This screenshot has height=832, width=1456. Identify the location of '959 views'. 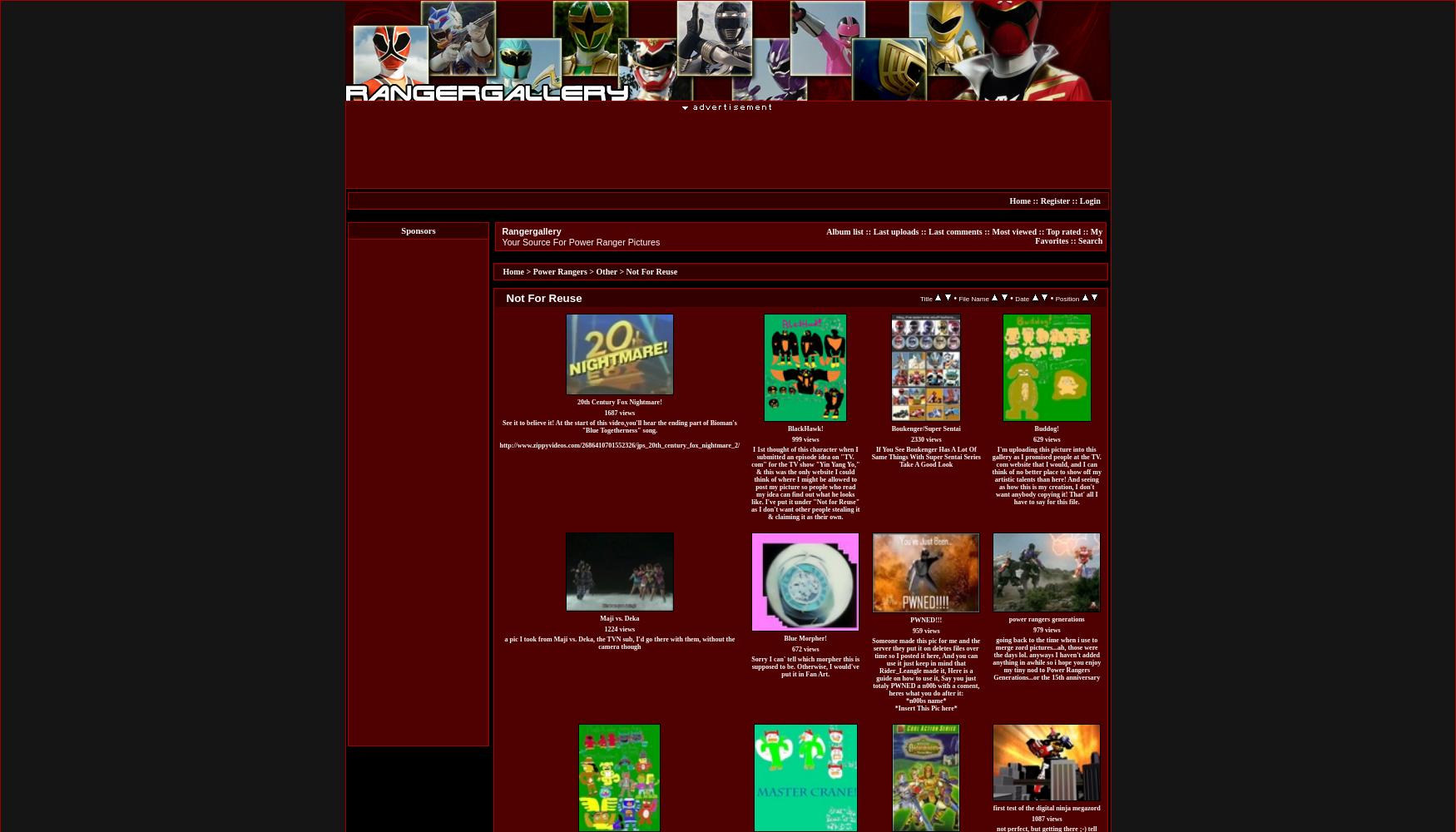
(925, 630).